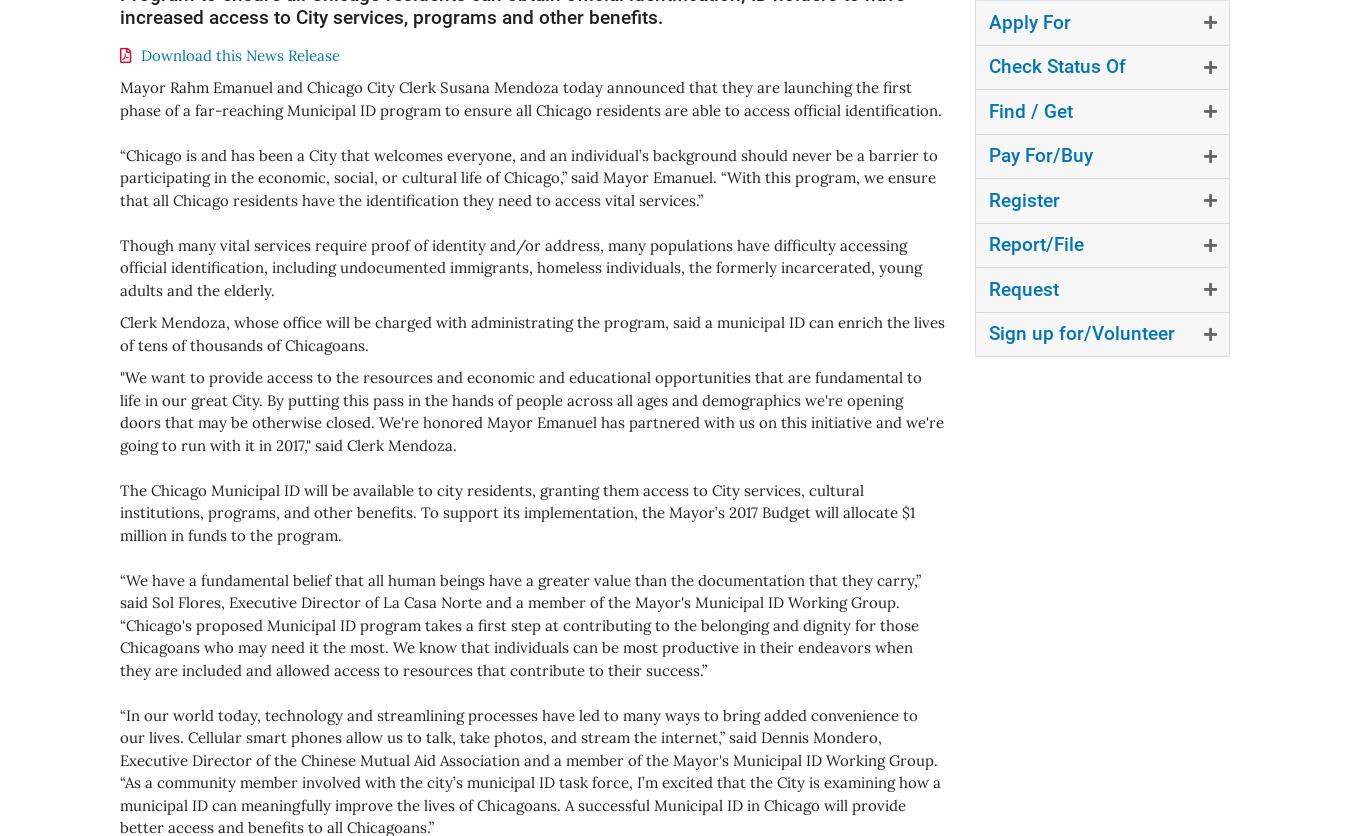 The image size is (1350, 836). I want to click on 'Download this News Release', so click(239, 54).